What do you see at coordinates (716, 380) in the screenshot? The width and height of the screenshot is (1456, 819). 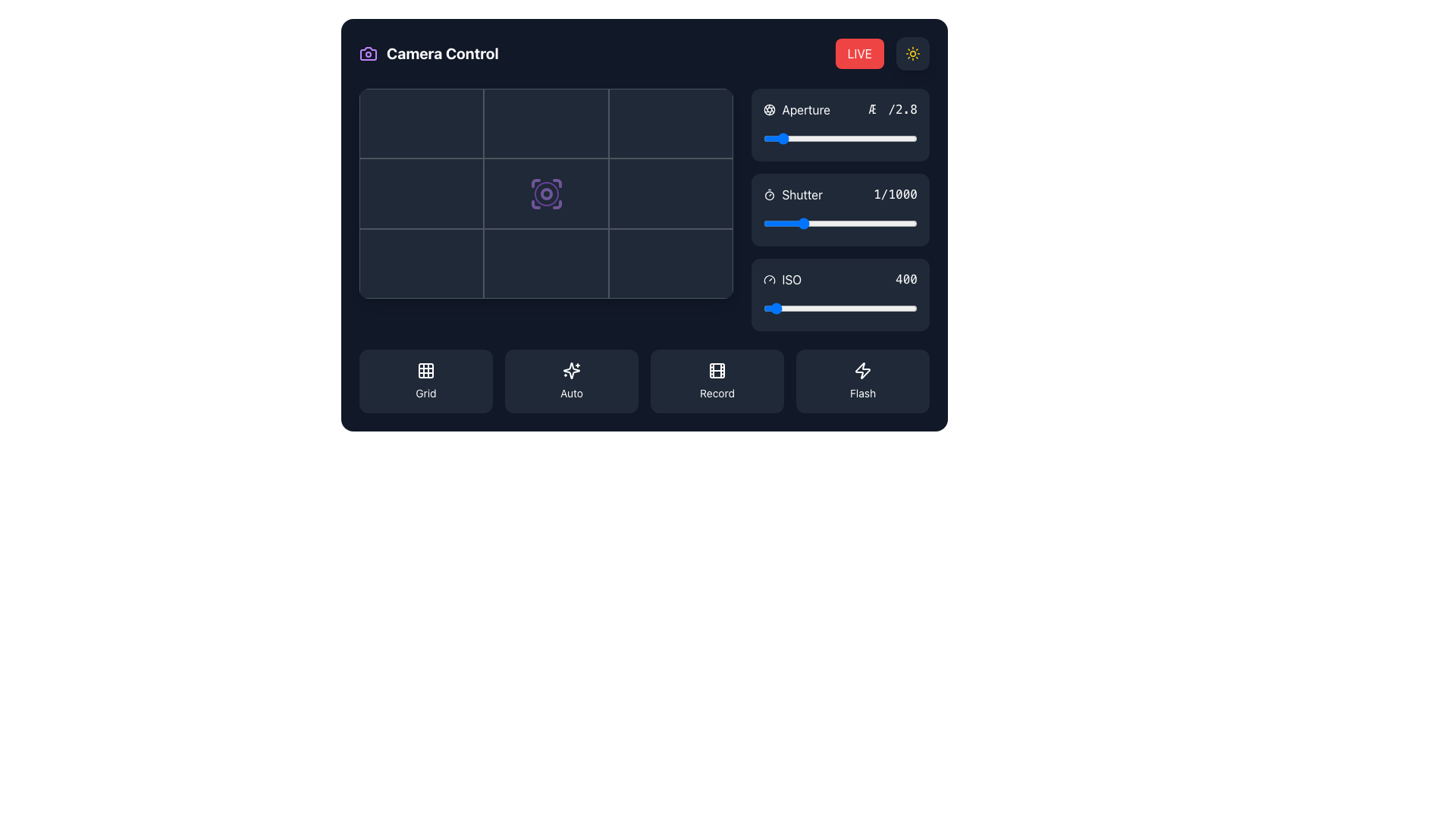 I see `the 'Record' button, which has a dark gray background and a film strip icon above the text` at bounding box center [716, 380].